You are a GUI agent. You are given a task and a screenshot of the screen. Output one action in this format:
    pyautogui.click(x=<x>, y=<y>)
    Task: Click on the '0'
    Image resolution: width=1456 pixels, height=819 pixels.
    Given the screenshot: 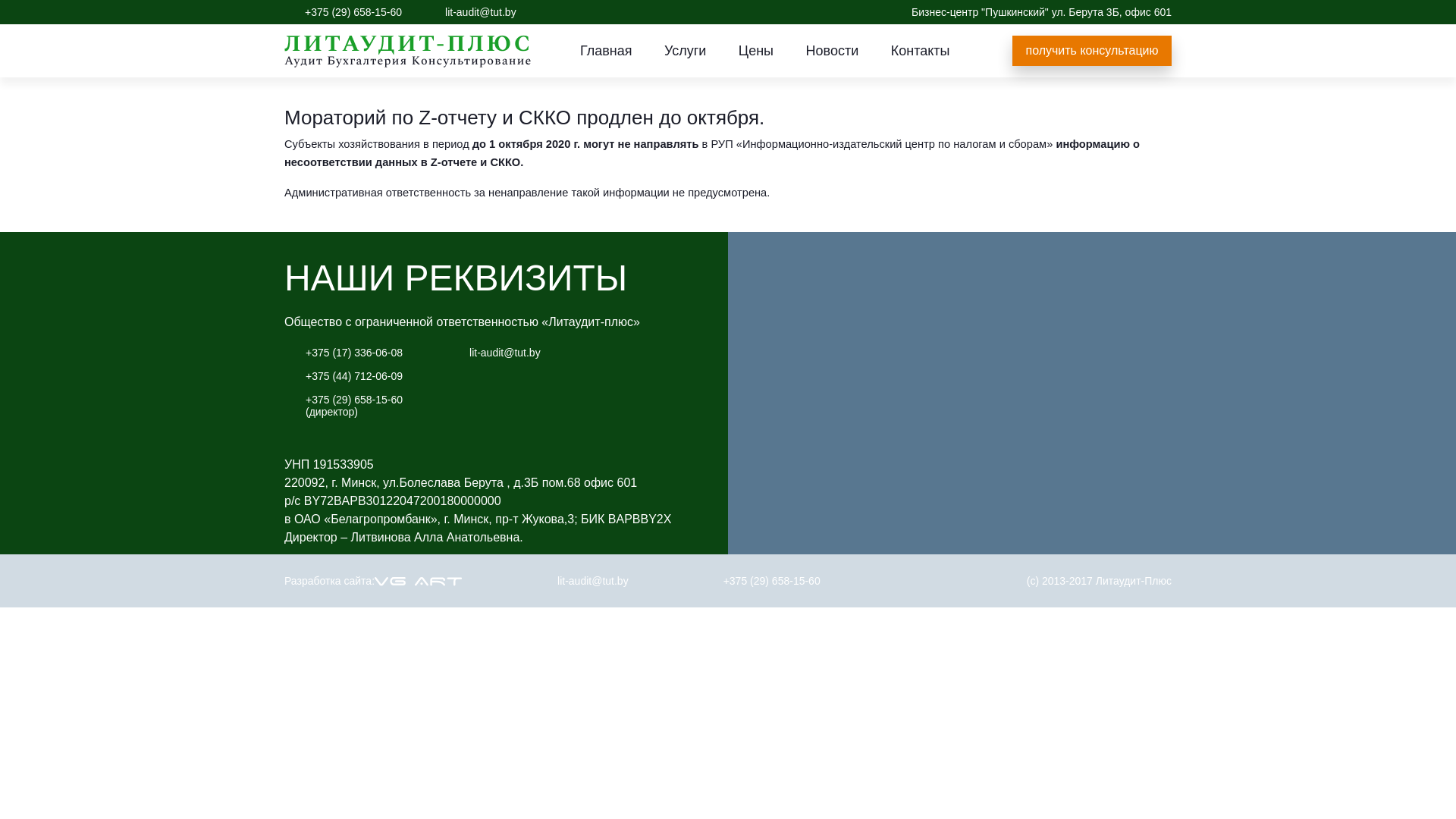 What is the action you would take?
    pyautogui.click(x=548, y=11)
    